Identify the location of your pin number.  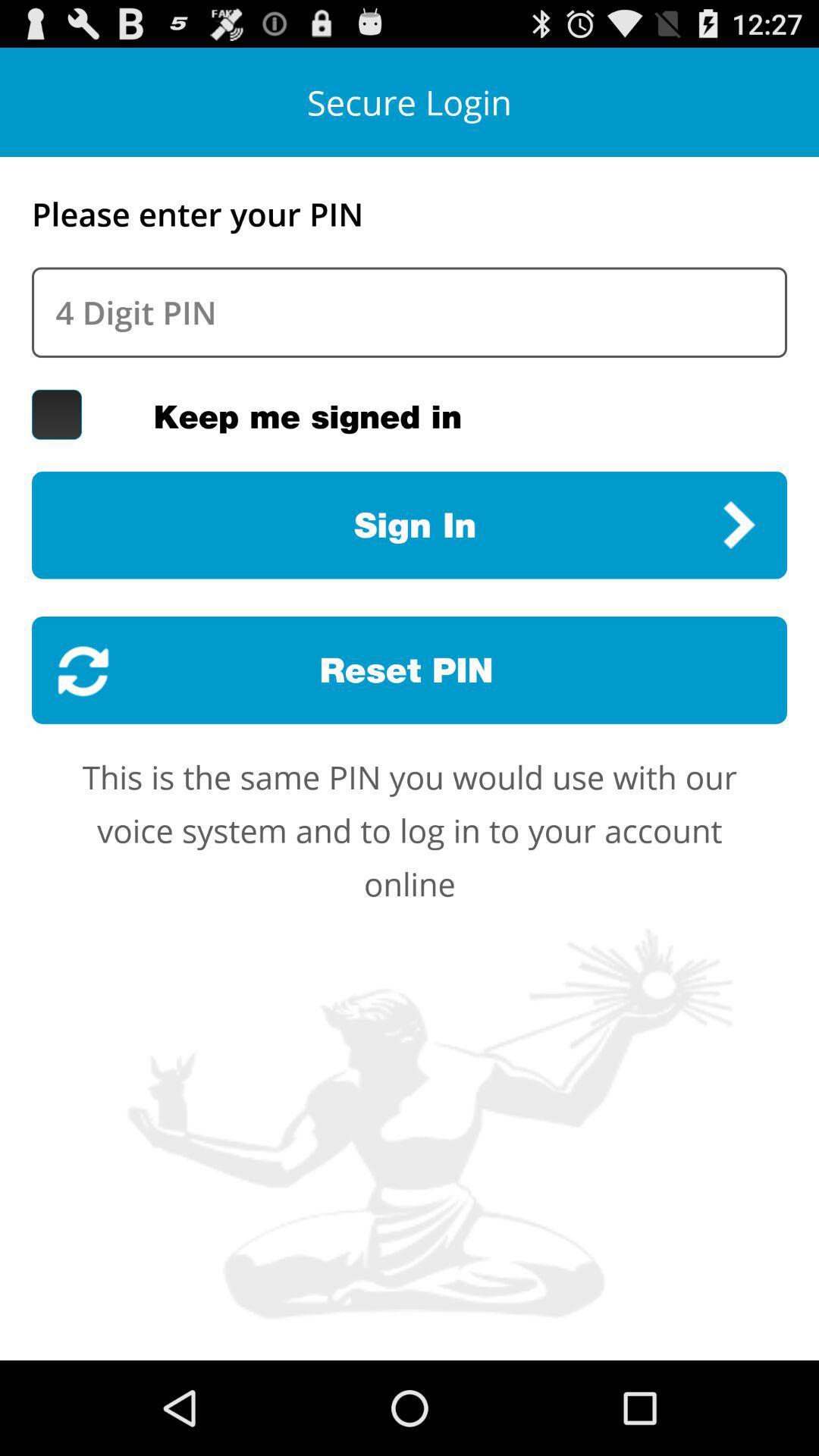
(409, 312).